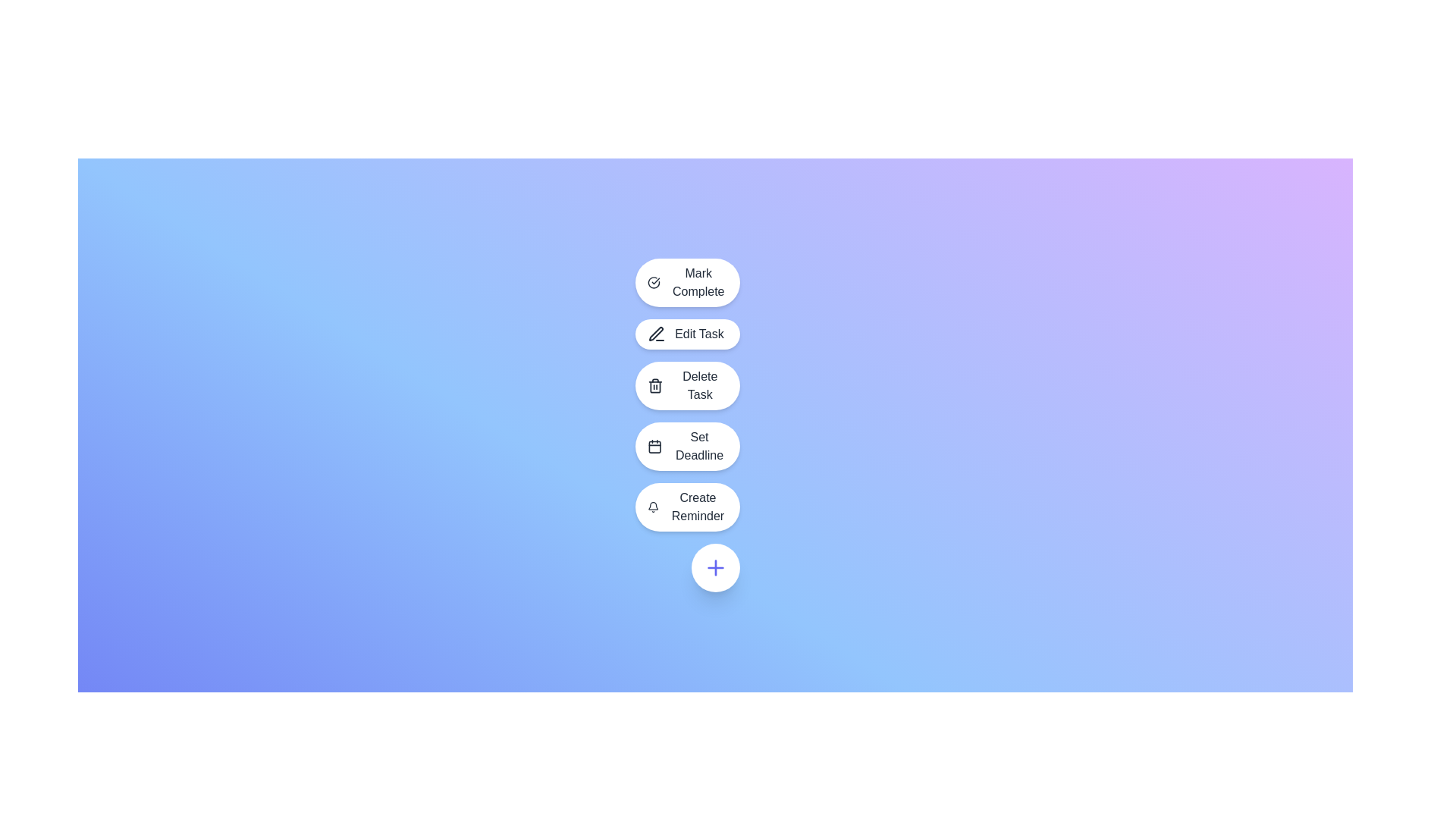  What do you see at coordinates (654, 446) in the screenshot?
I see `the 'Set Deadline' button which contains a calendar icon on the left side` at bounding box center [654, 446].